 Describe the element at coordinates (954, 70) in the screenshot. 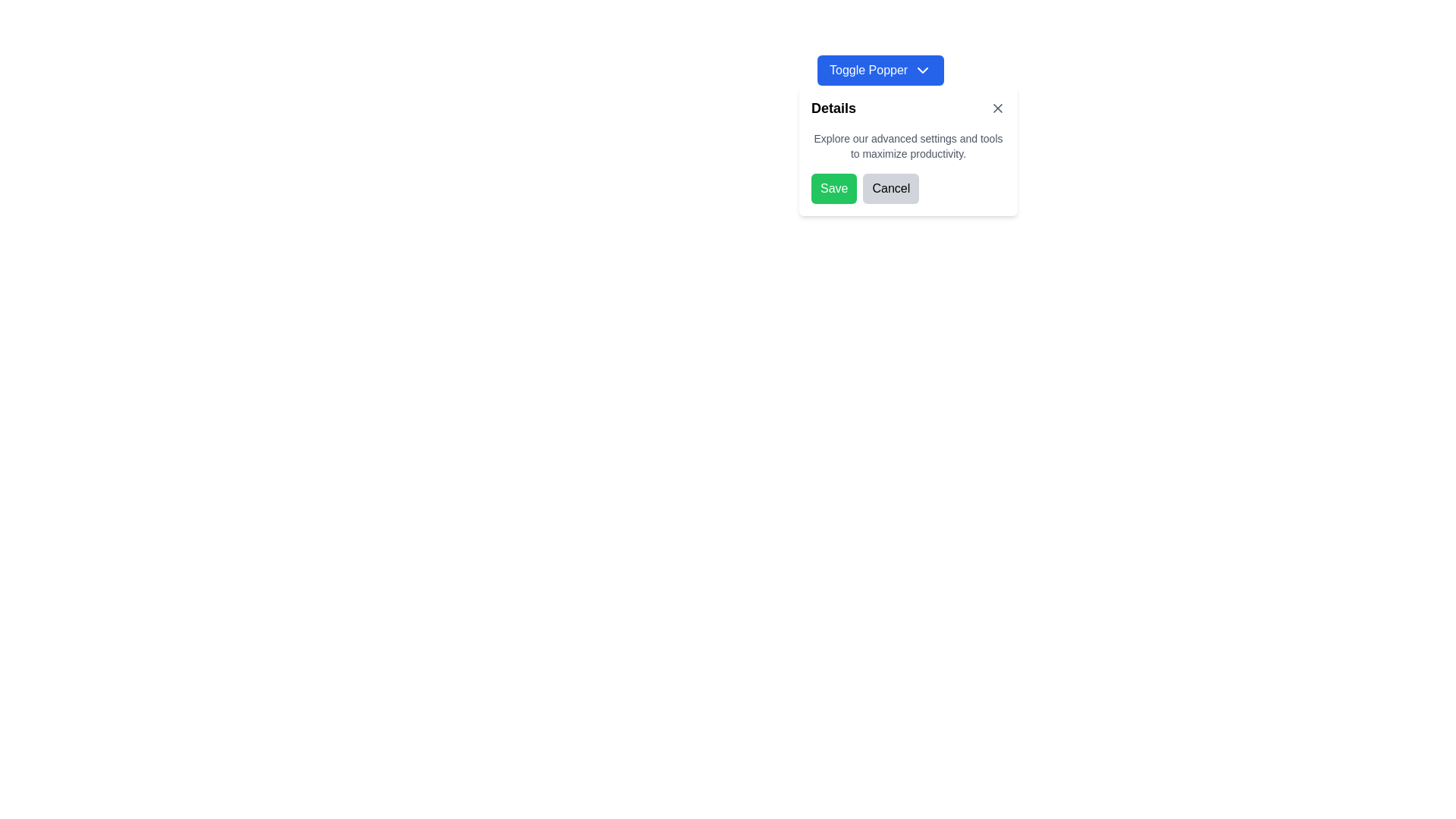

I see `the 'Toggle Popper' toggle button with dropdown` at that location.